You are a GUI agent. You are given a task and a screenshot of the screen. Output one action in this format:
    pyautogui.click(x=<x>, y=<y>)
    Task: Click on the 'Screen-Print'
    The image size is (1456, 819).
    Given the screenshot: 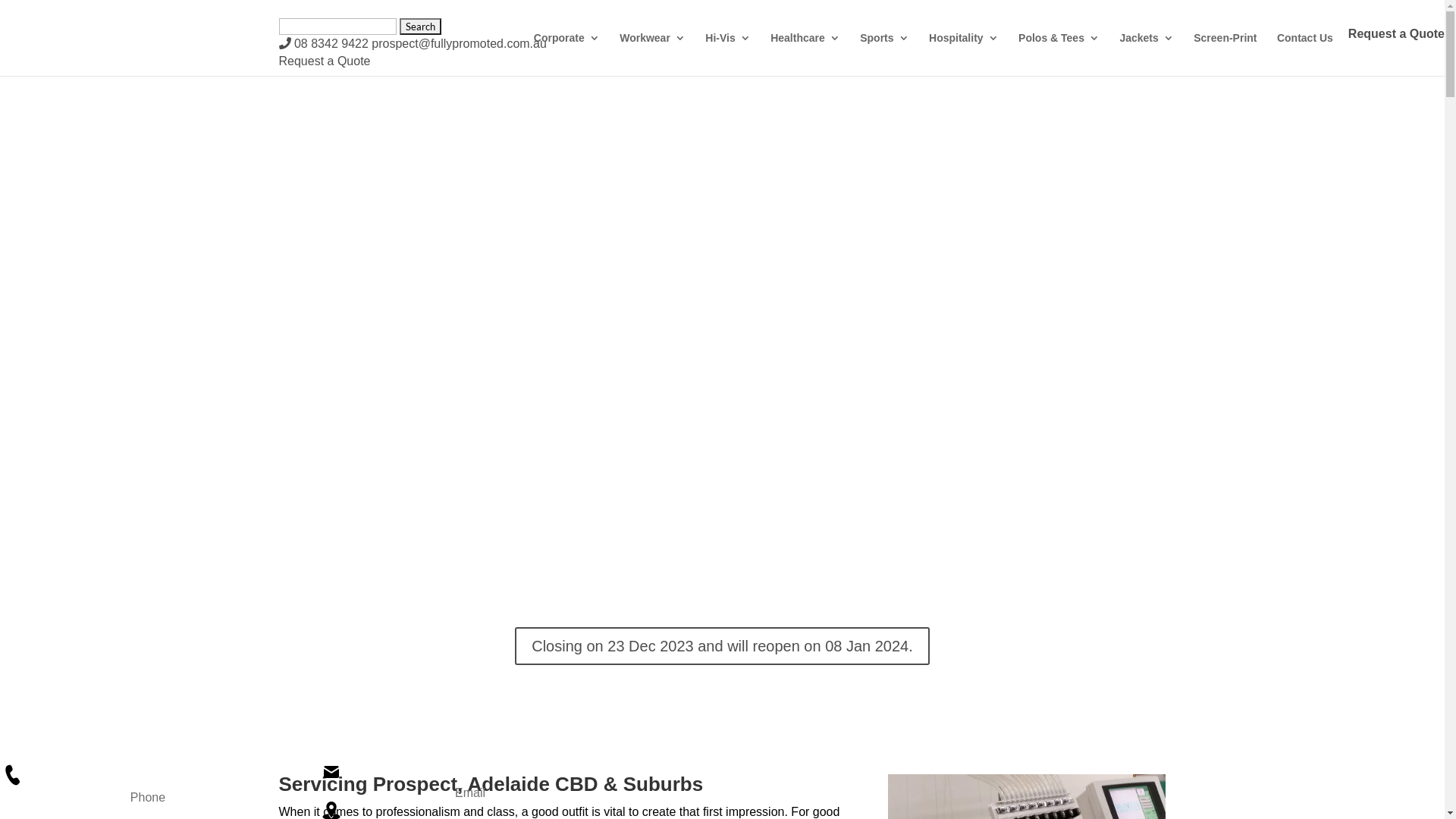 What is the action you would take?
    pyautogui.click(x=1225, y=49)
    